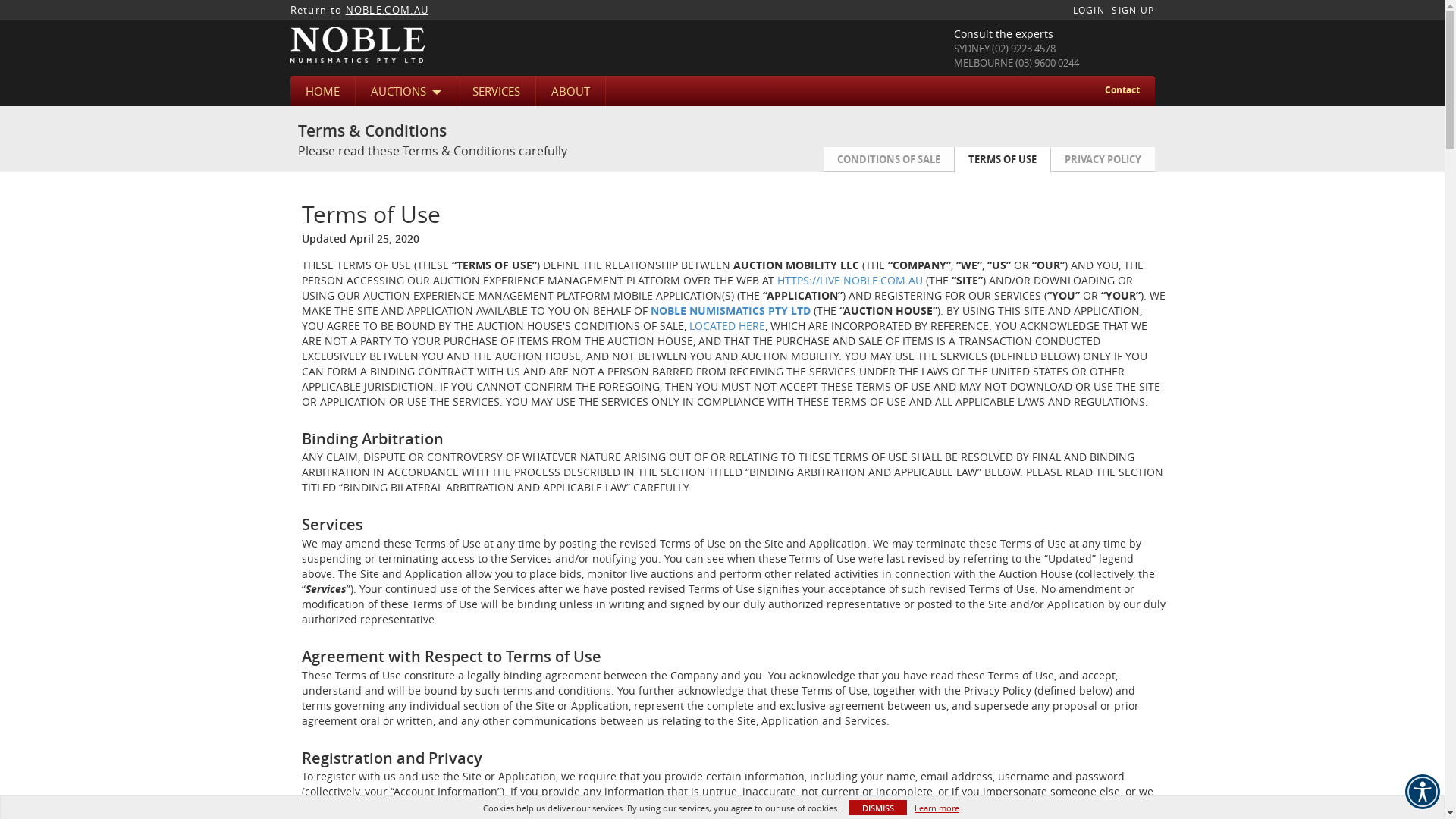 The height and width of the screenshot is (819, 1456). What do you see at coordinates (848, 280) in the screenshot?
I see `'HTTPS://LIVE.NOBLE.COM.AU'` at bounding box center [848, 280].